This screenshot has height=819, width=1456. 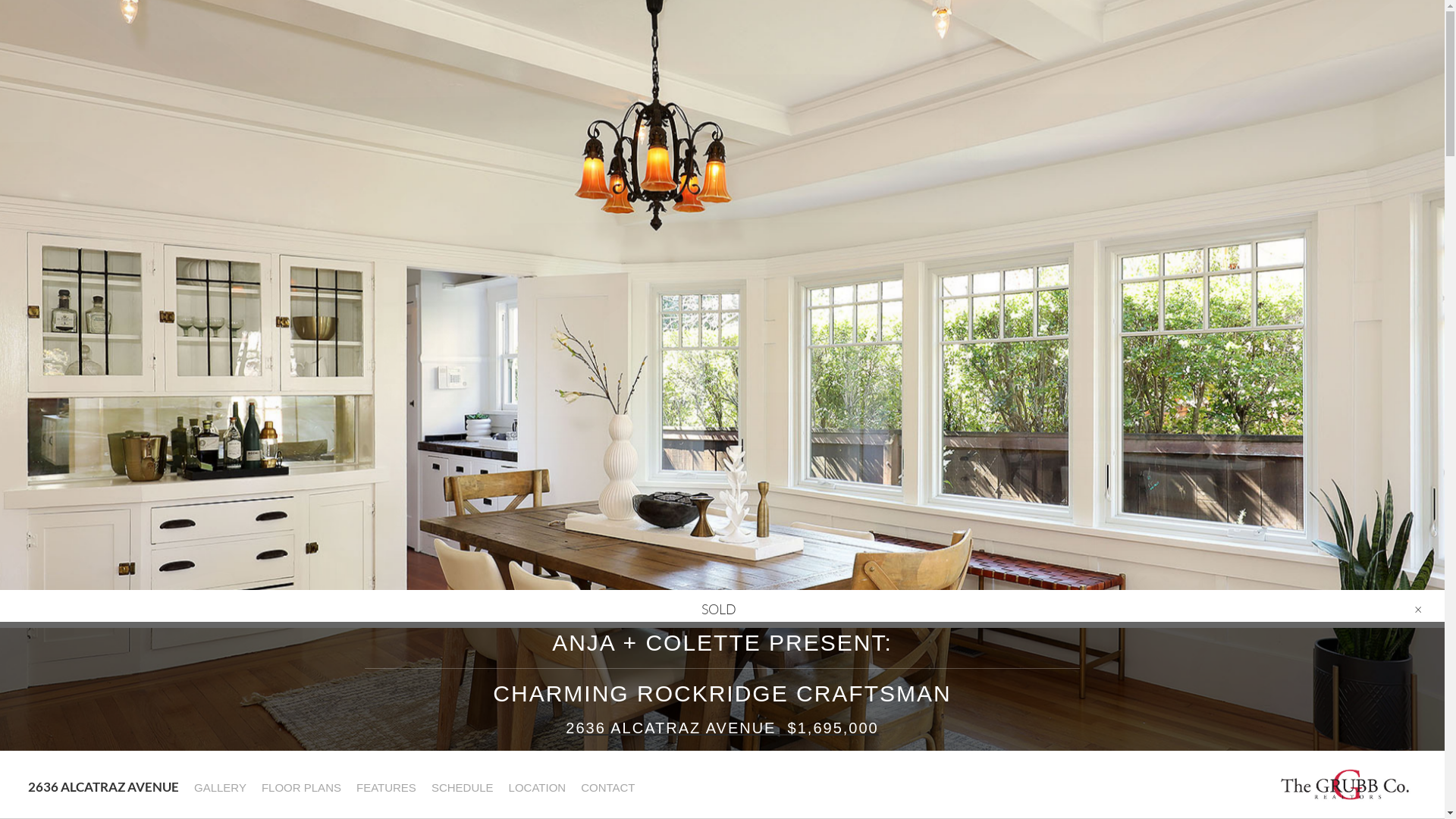 What do you see at coordinates (218, 786) in the screenshot?
I see `'GALLERY'` at bounding box center [218, 786].